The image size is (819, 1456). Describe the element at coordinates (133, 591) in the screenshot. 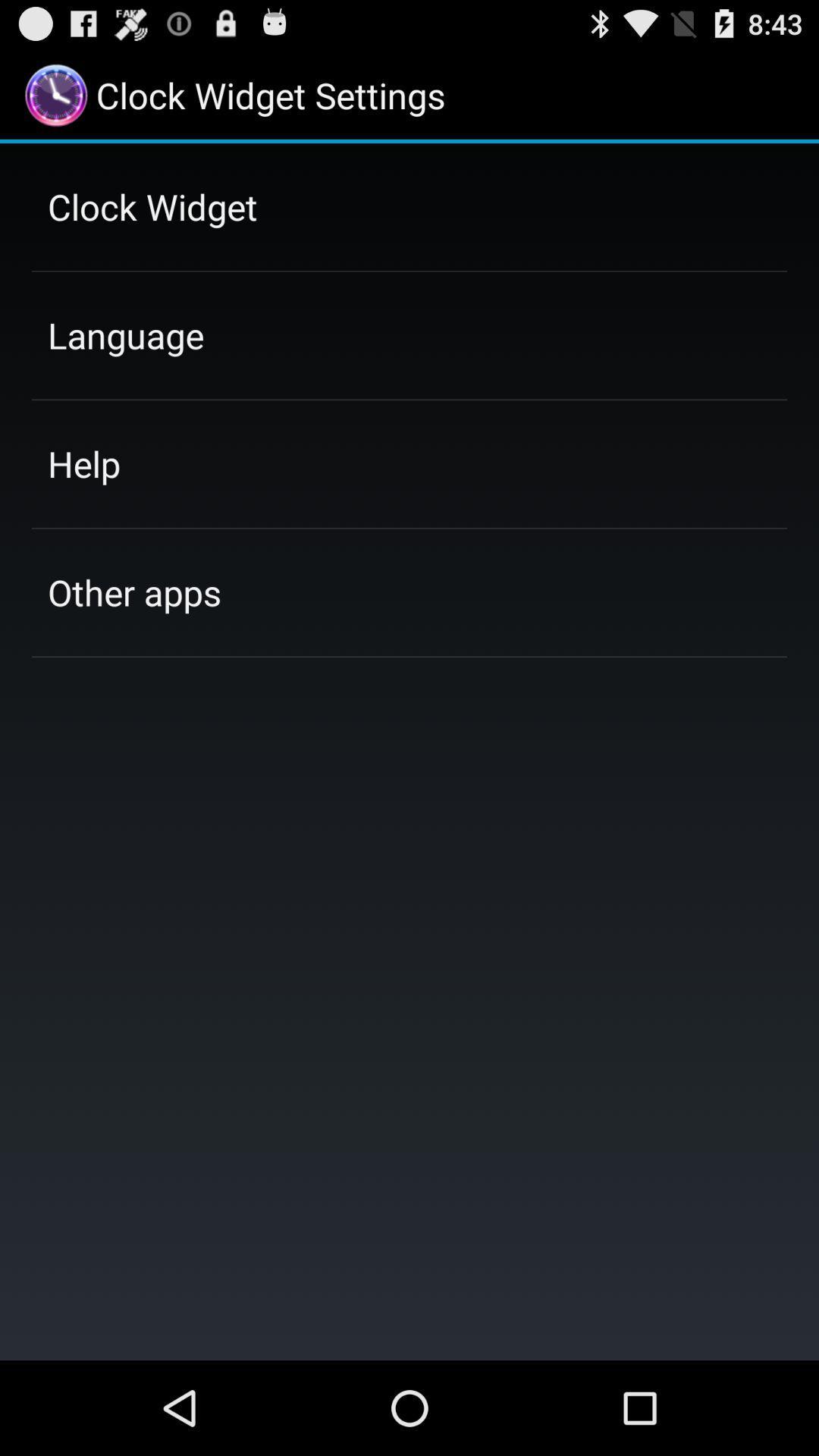

I see `the app on the left` at that location.